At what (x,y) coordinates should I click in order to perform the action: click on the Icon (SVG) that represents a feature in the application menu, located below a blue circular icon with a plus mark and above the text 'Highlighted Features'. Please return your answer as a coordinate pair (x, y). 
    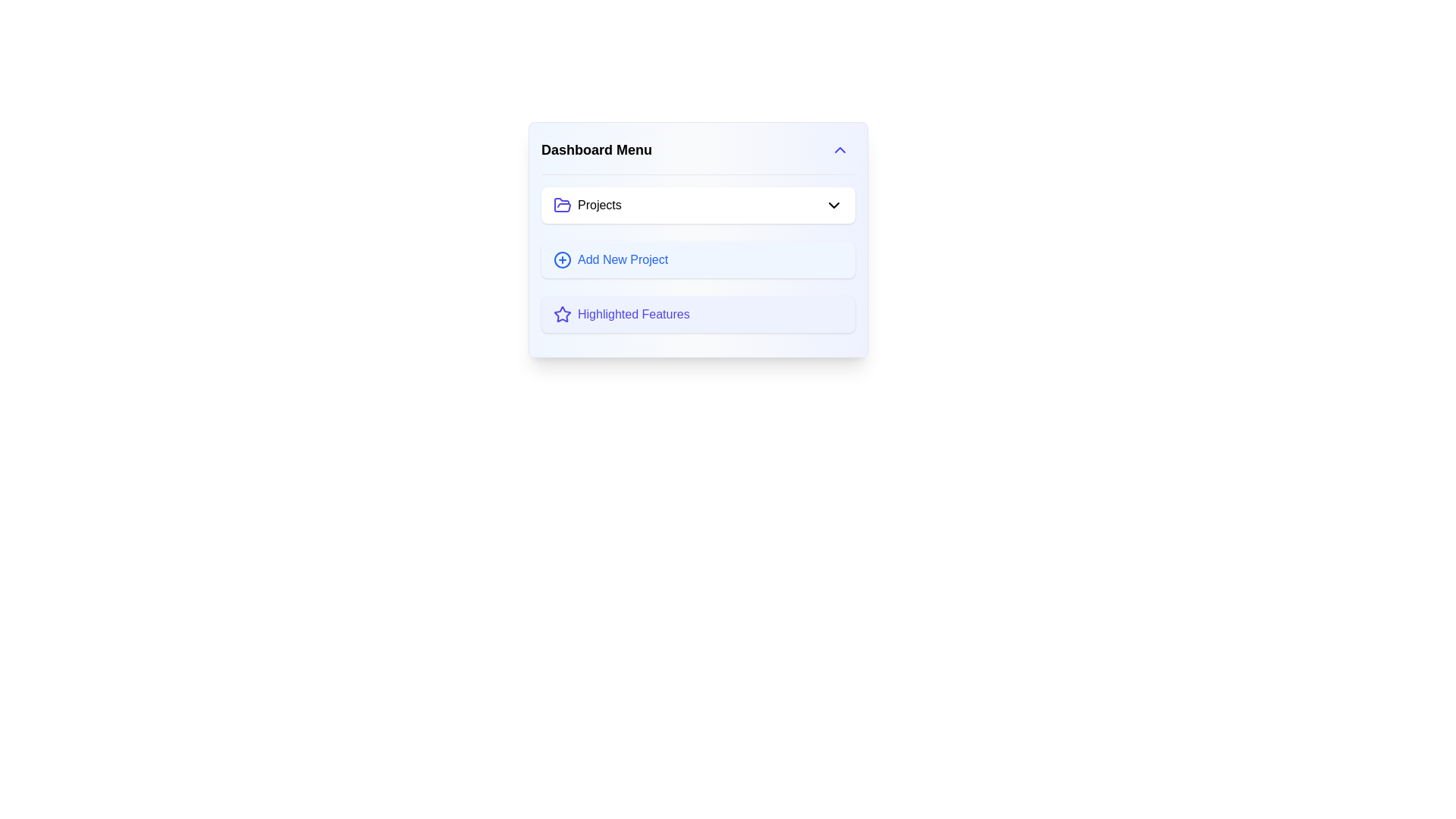
    Looking at the image, I should click on (562, 313).